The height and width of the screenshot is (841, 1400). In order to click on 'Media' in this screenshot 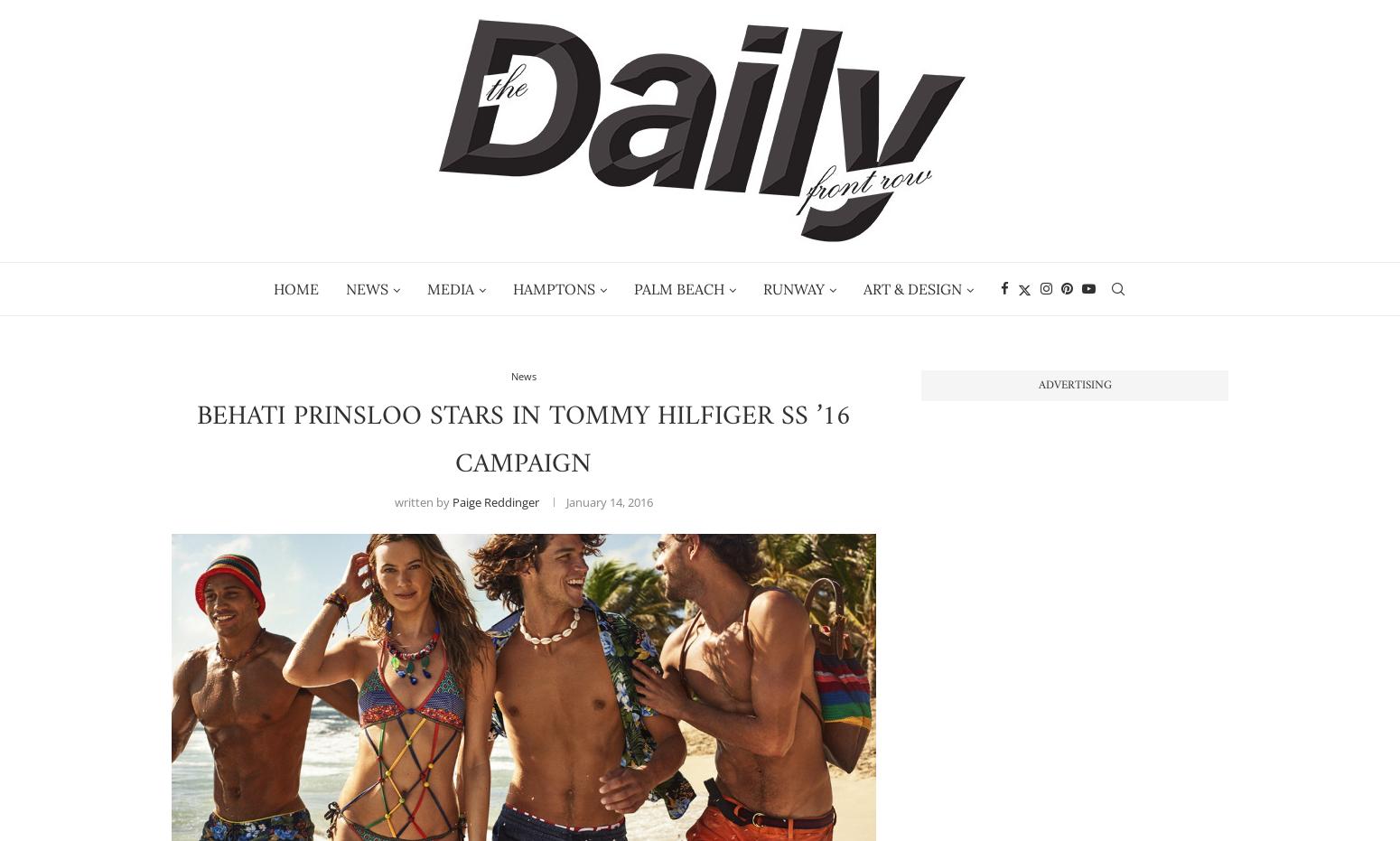, I will do `click(449, 287)`.